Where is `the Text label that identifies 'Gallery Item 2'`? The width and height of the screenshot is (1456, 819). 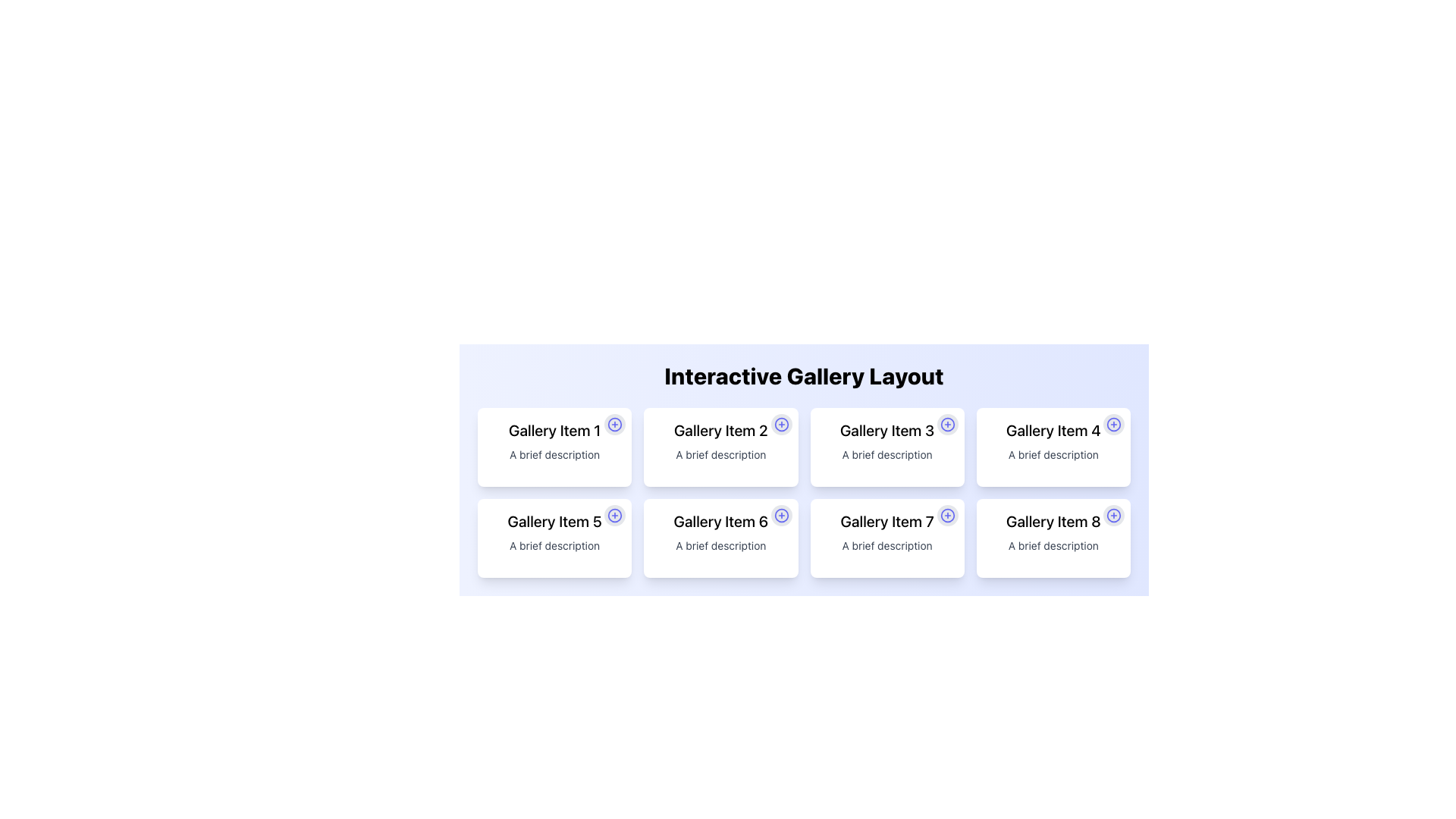
the Text label that identifies 'Gallery Item 2' is located at coordinates (720, 430).